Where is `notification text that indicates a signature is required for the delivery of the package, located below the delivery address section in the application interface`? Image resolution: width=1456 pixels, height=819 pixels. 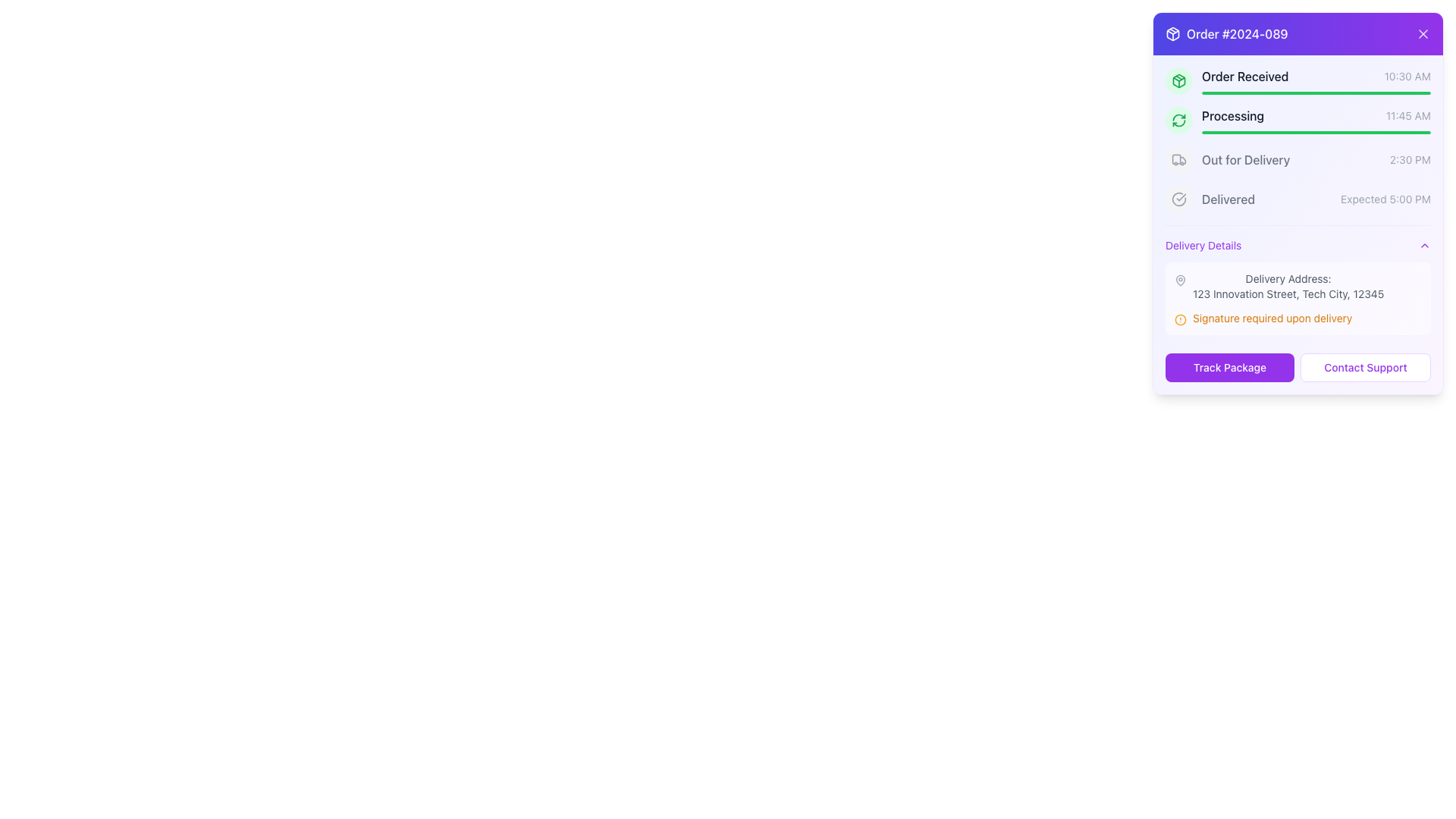 notification text that indicates a signature is required for the delivery of the package, located below the delivery address section in the application interface is located at coordinates (1298, 318).